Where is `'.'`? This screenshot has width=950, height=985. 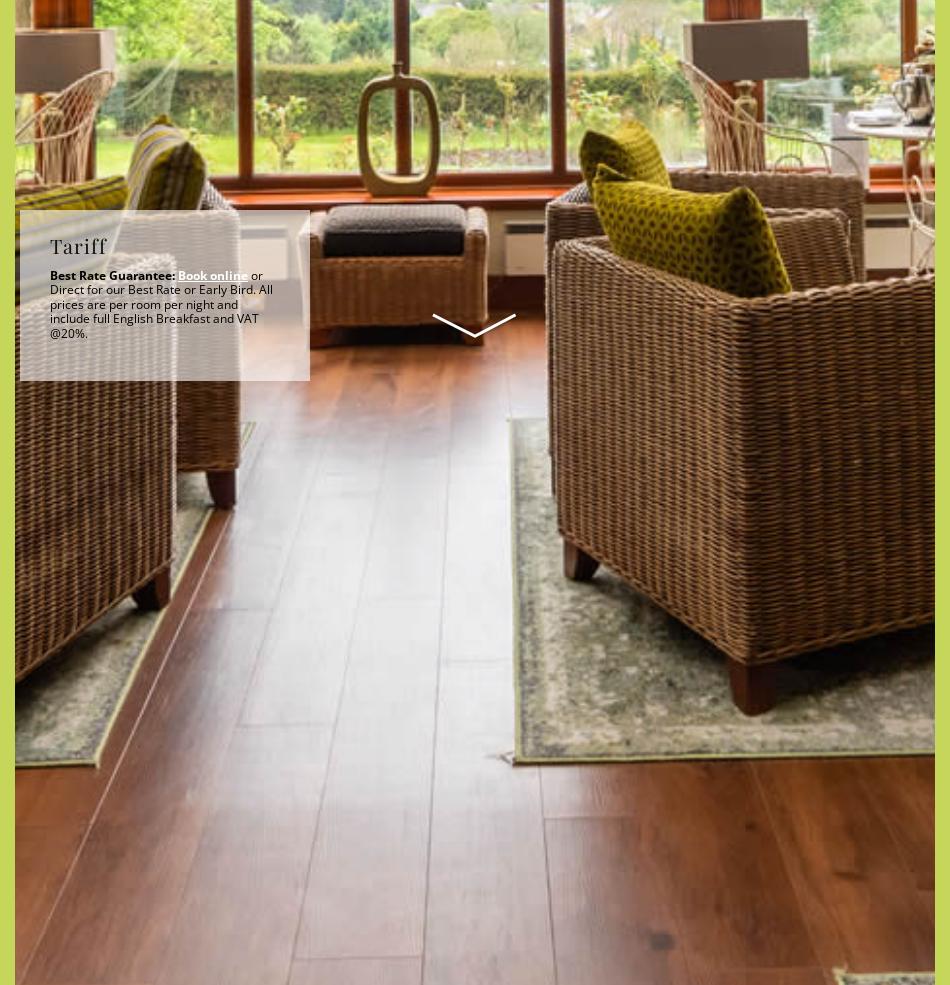
'.' is located at coordinates (382, 723).